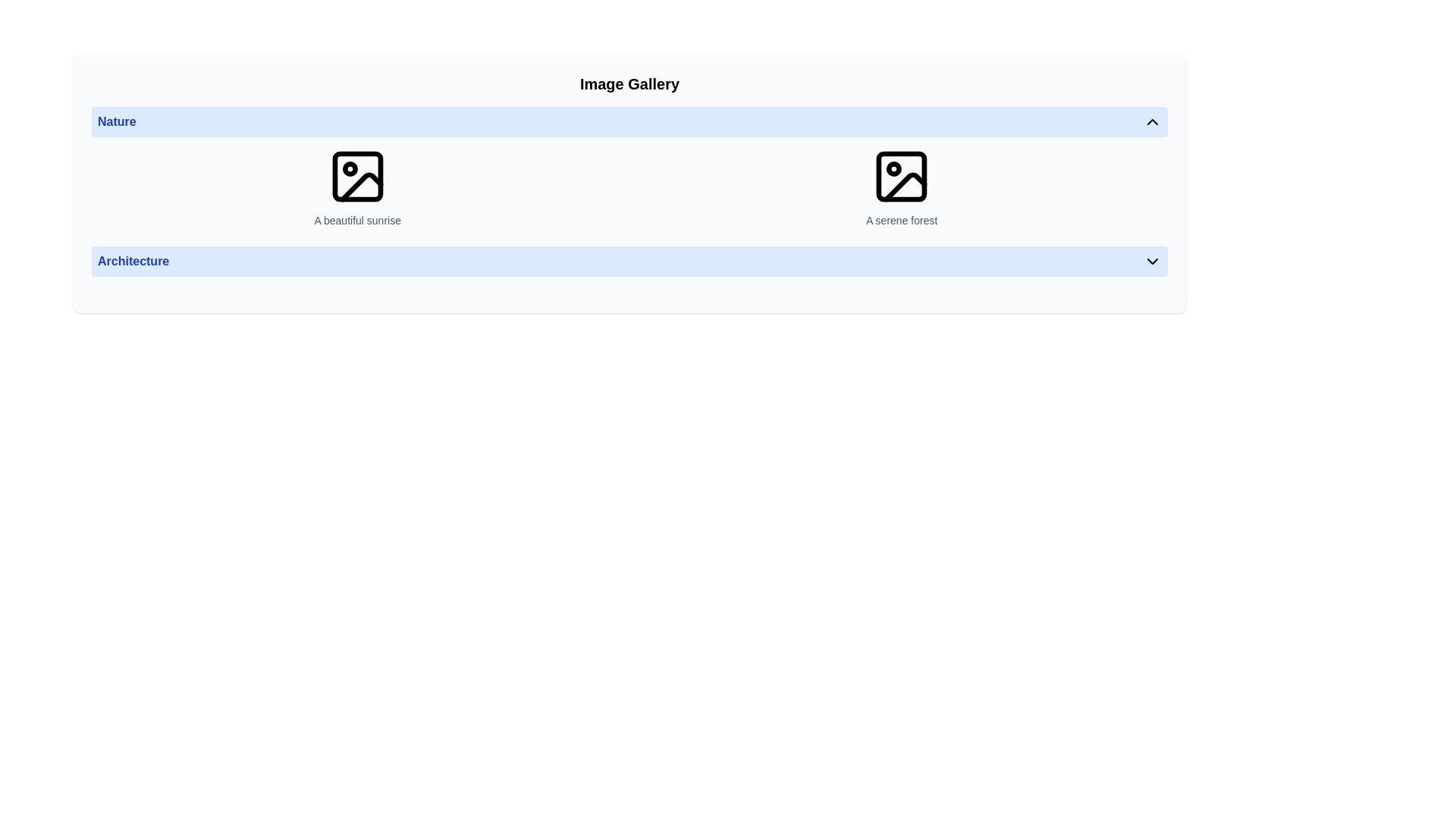 Image resolution: width=1456 pixels, height=819 pixels. What do you see at coordinates (1153, 121) in the screenshot?
I see `the Chevron-up icon located at the top-right corner of the Nature section header in the Image Gallery layout for keyboard interaction` at bounding box center [1153, 121].